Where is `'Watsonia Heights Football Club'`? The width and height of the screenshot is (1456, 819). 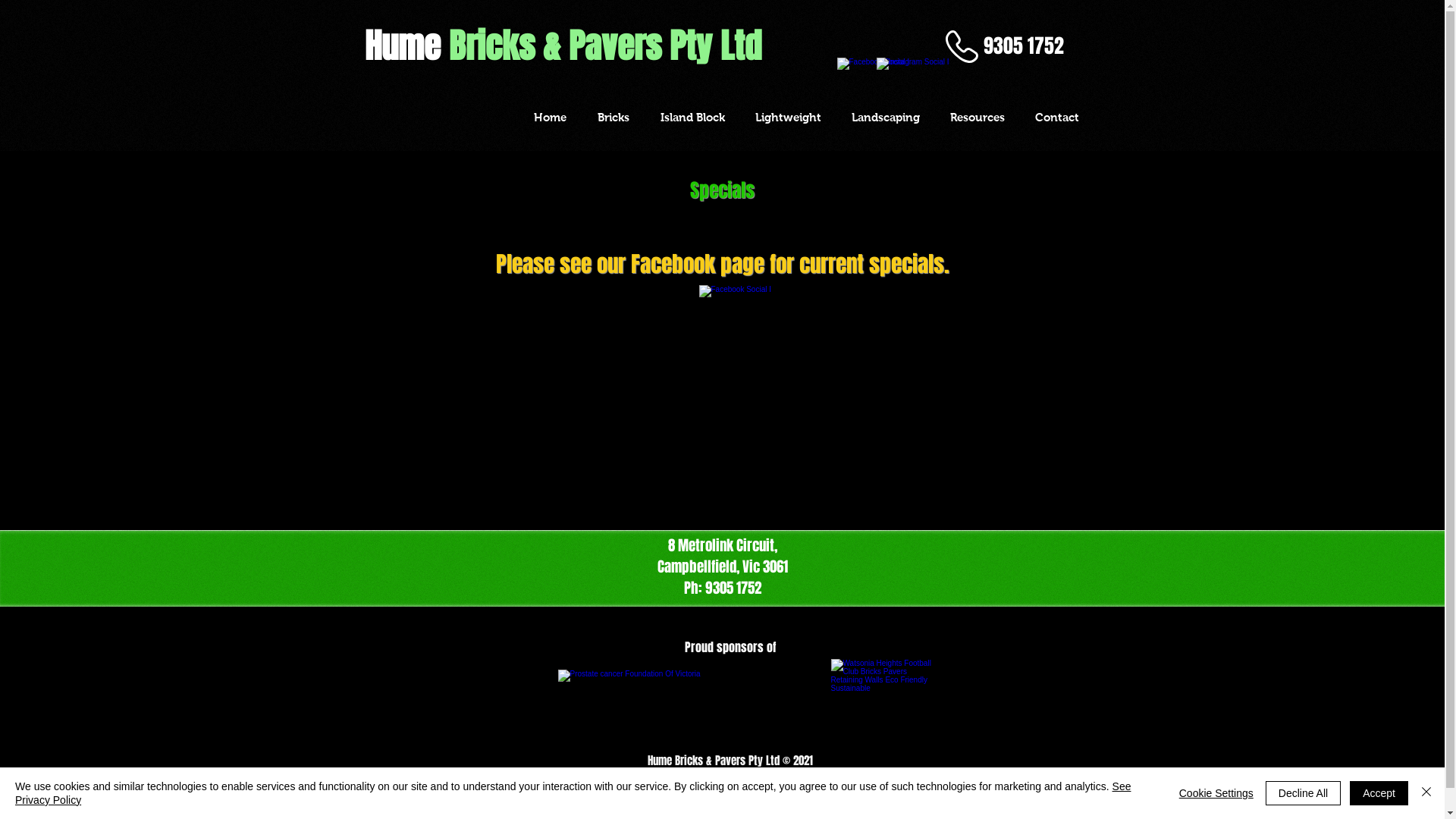 'Watsonia Heights Football Club' is located at coordinates (882, 704).